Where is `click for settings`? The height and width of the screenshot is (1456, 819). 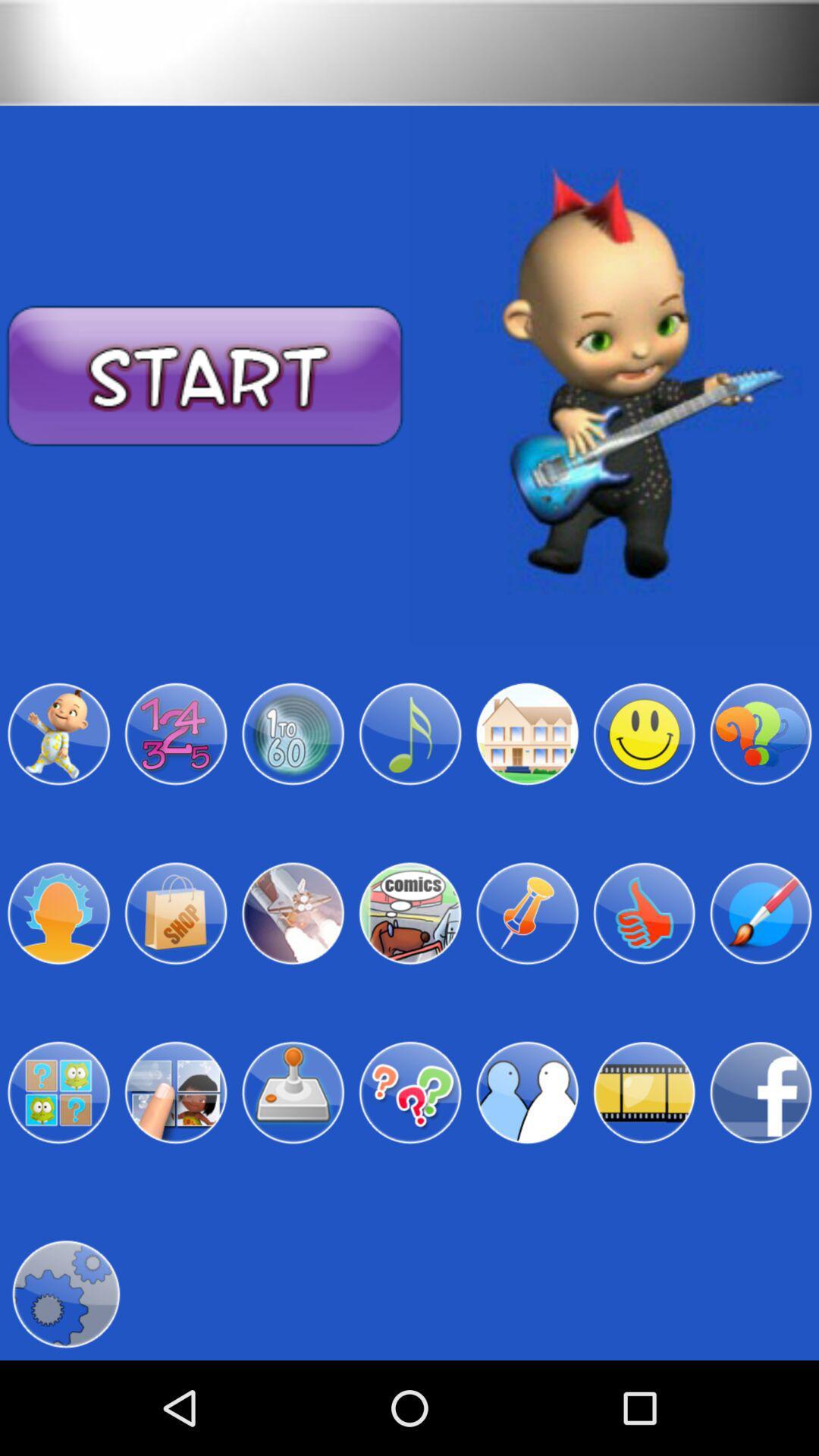
click for settings is located at coordinates (65, 1294).